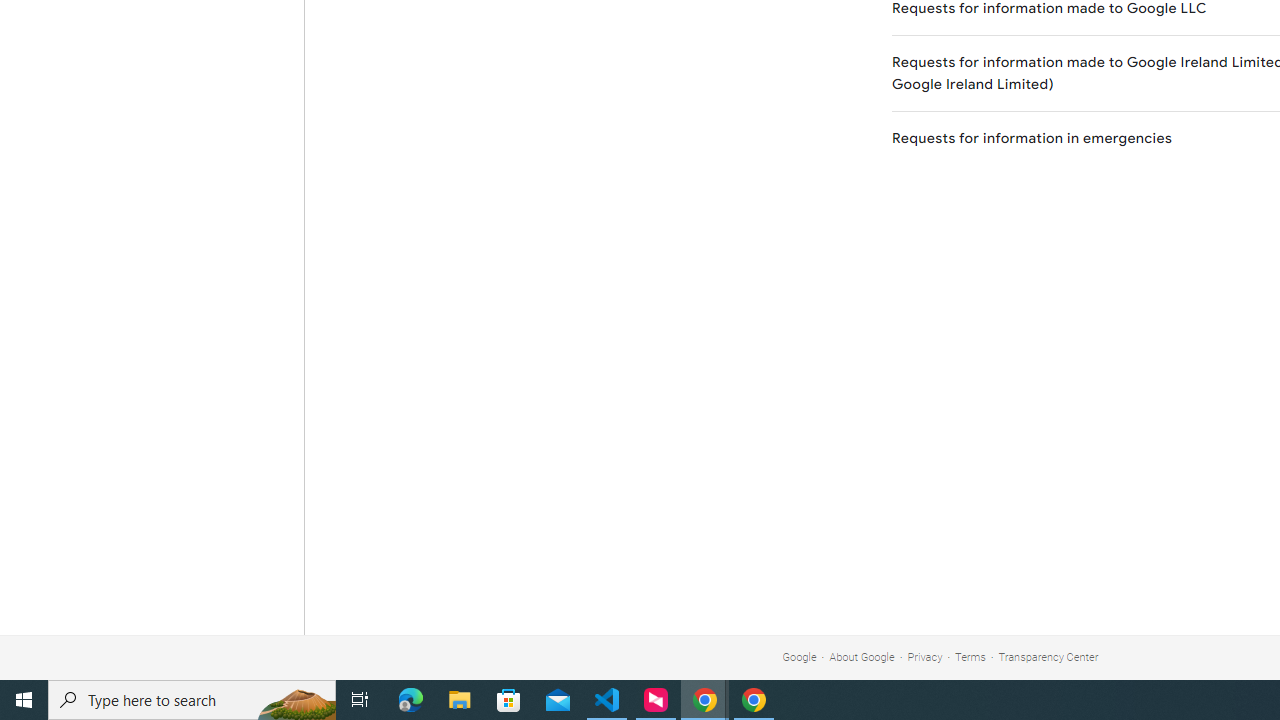 The image size is (1280, 720). I want to click on 'About Google', so click(862, 657).